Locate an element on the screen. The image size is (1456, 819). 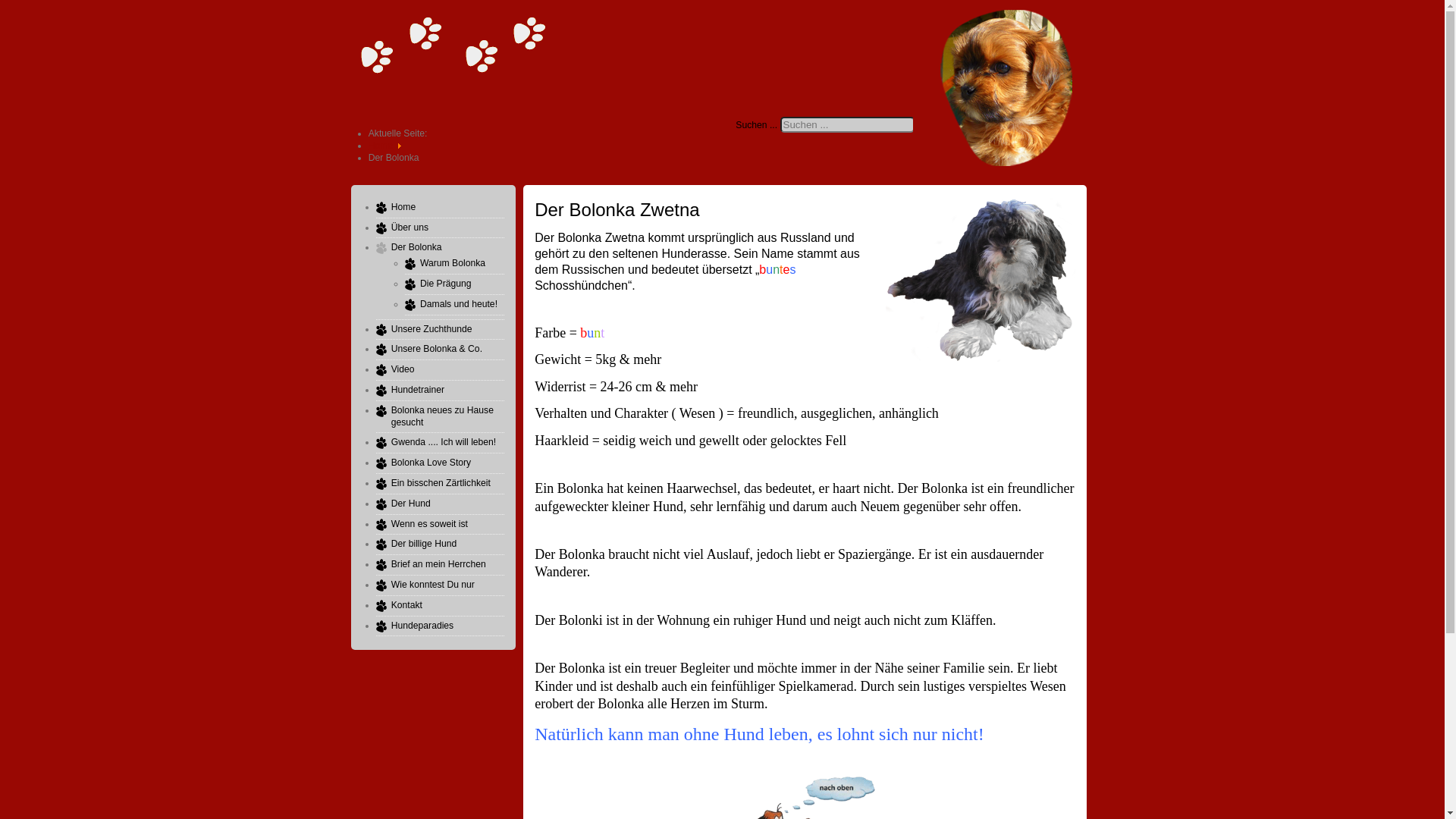
'Warum Bolonka' is located at coordinates (451, 262).